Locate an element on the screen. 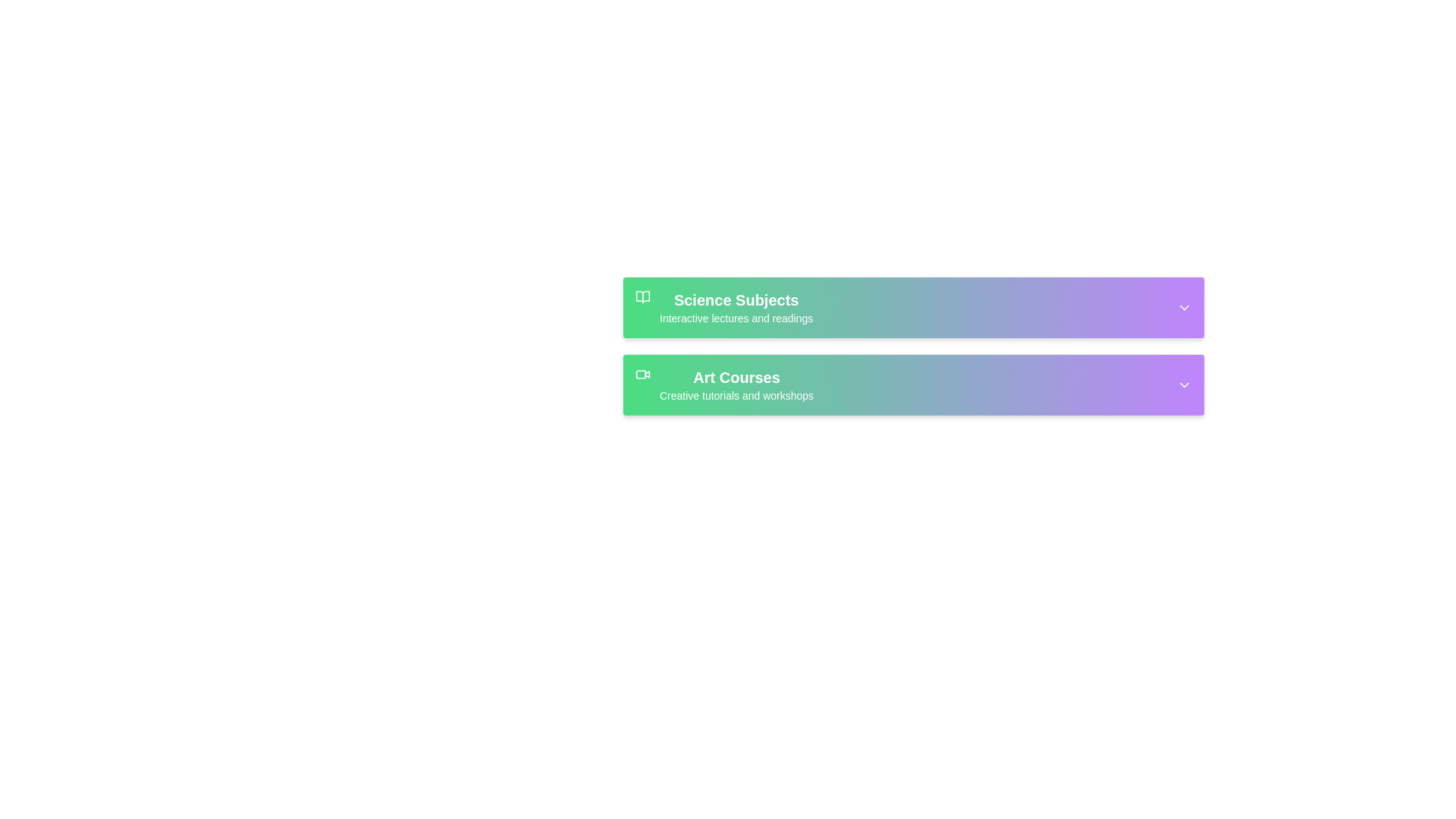 The image size is (1456, 819). the 'Science Subjects' text label with accompanying icon to enable interaction is located at coordinates (723, 307).